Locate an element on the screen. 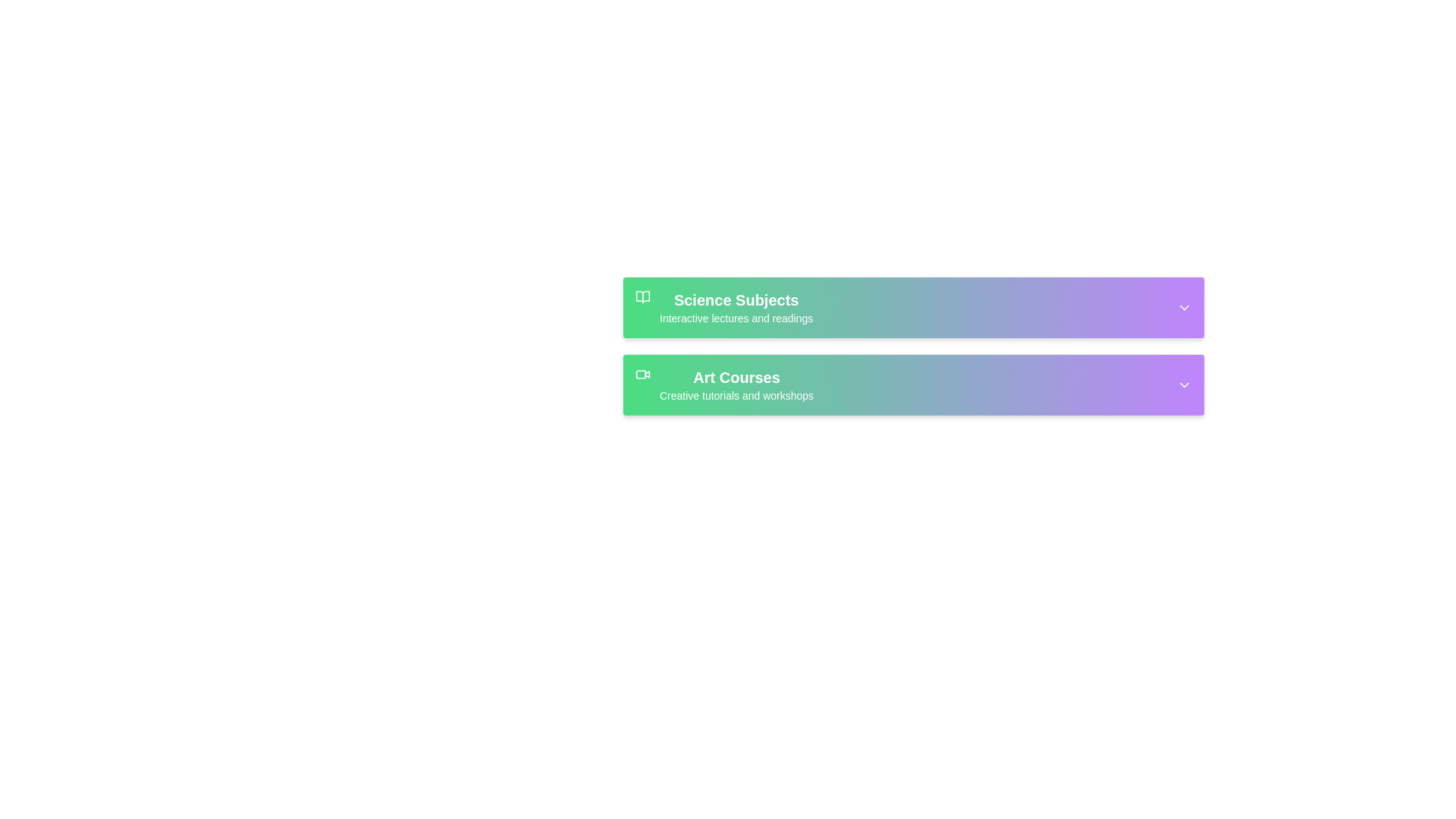 The image size is (1456, 819). the 'Science Subjects' text label with accompanying icon to enable interaction is located at coordinates (723, 307).